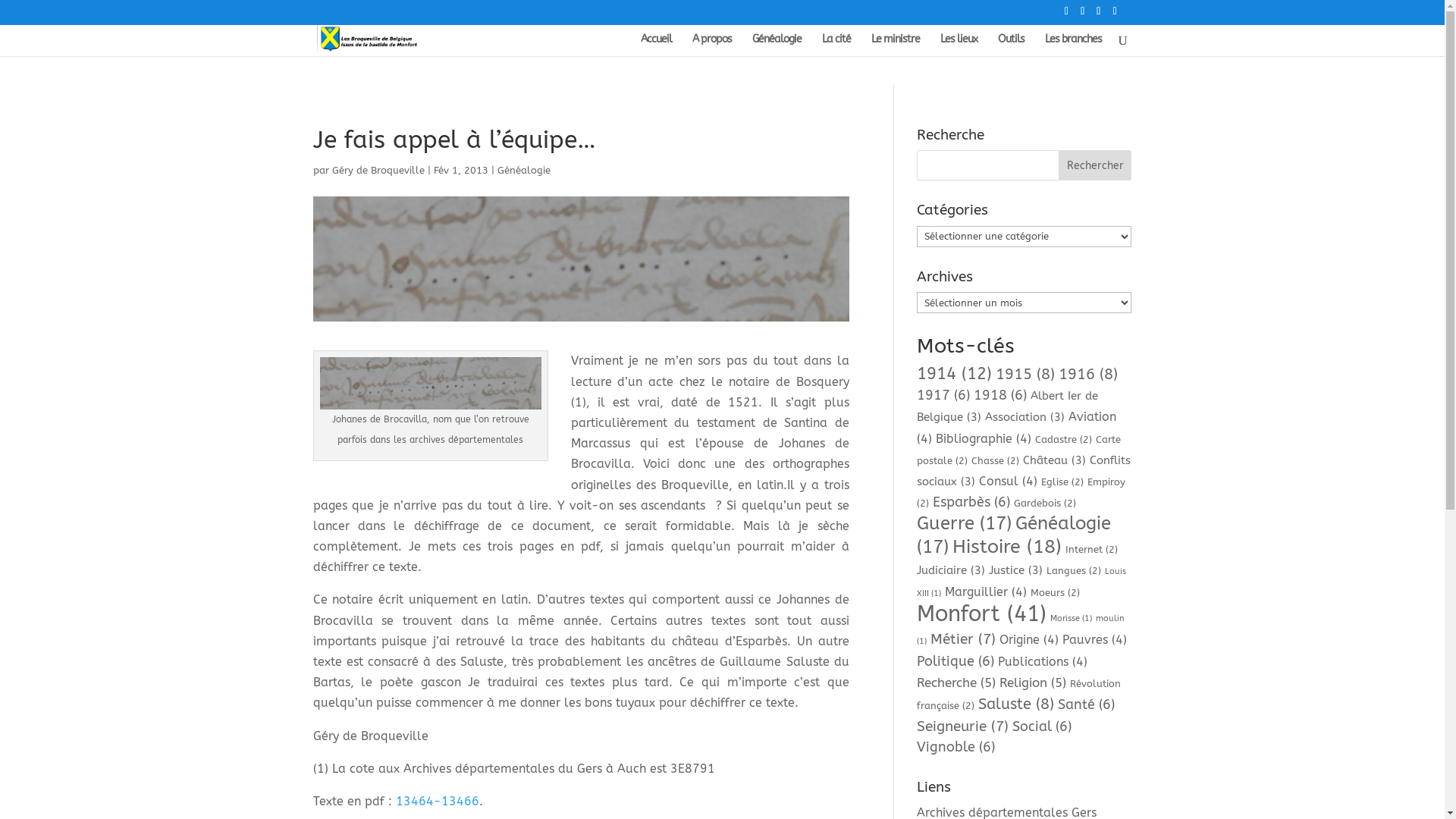  What do you see at coordinates (1021, 581) in the screenshot?
I see `'Louis XIII (1)'` at bounding box center [1021, 581].